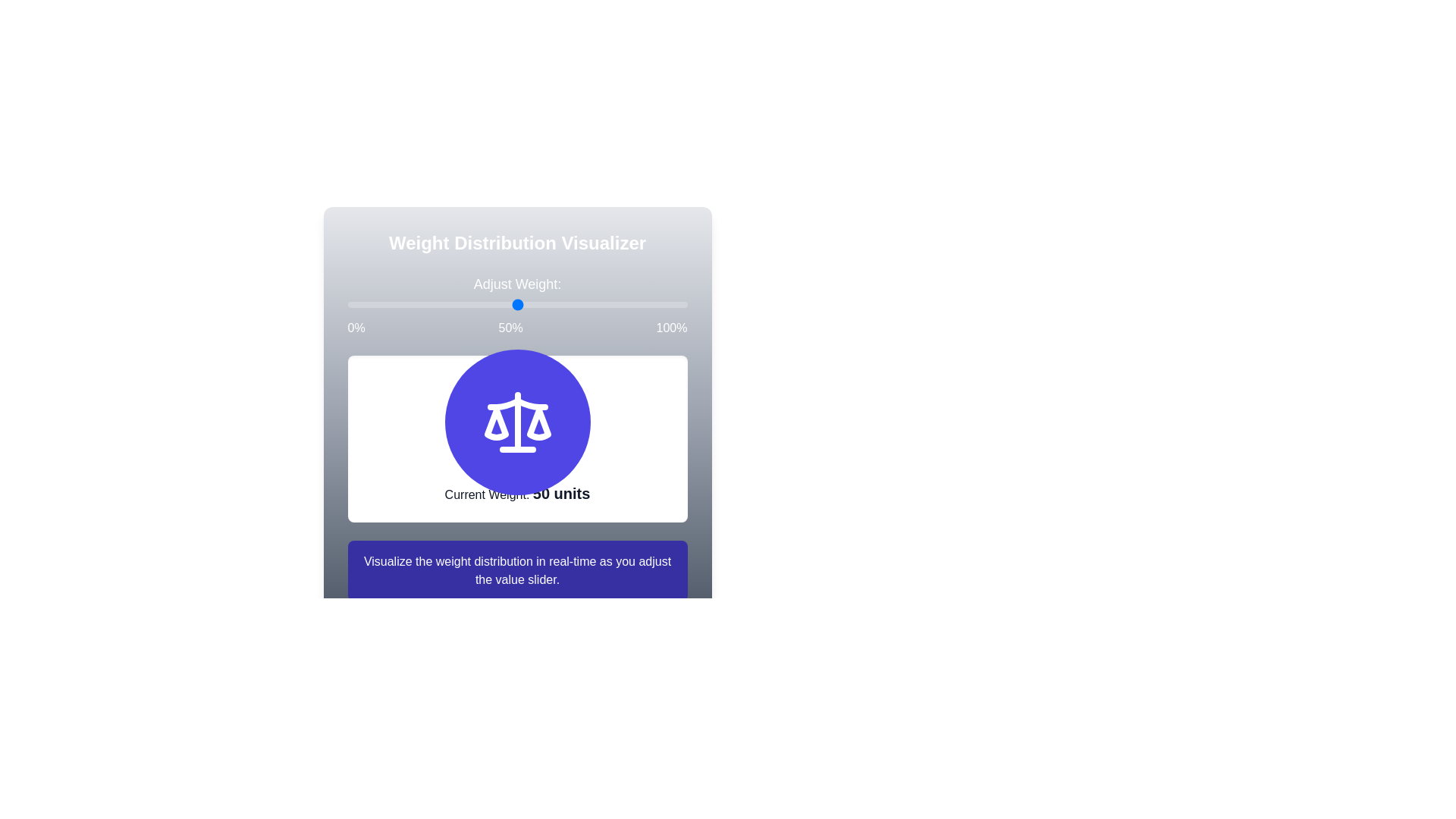 This screenshot has height=819, width=1456. What do you see at coordinates (560, 494) in the screenshot?
I see `the weight value text to highlight it` at bounding box center [560, 494].